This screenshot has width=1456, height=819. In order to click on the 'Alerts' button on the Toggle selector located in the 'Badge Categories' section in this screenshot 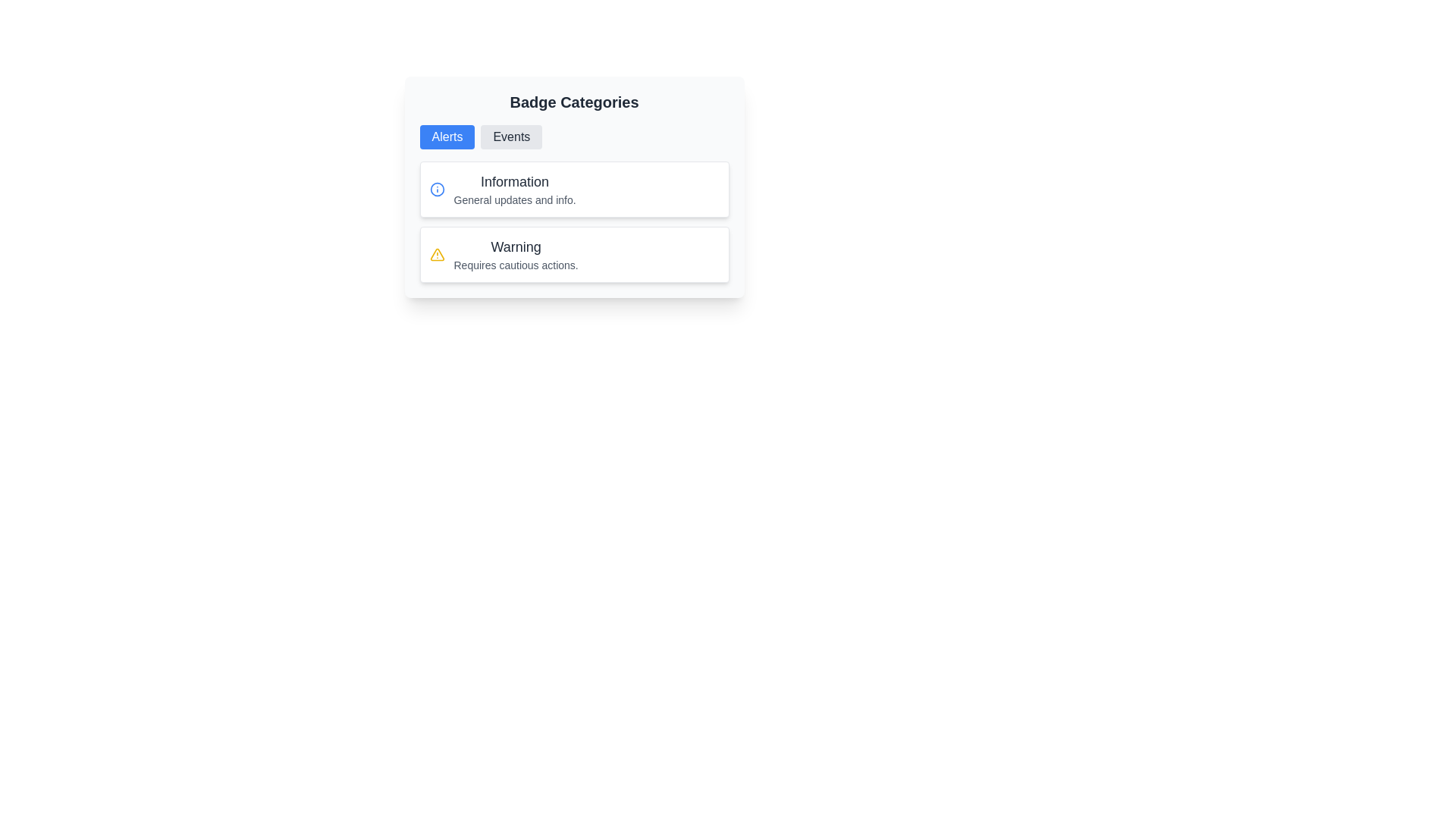, I will do `click(573, 137)`.